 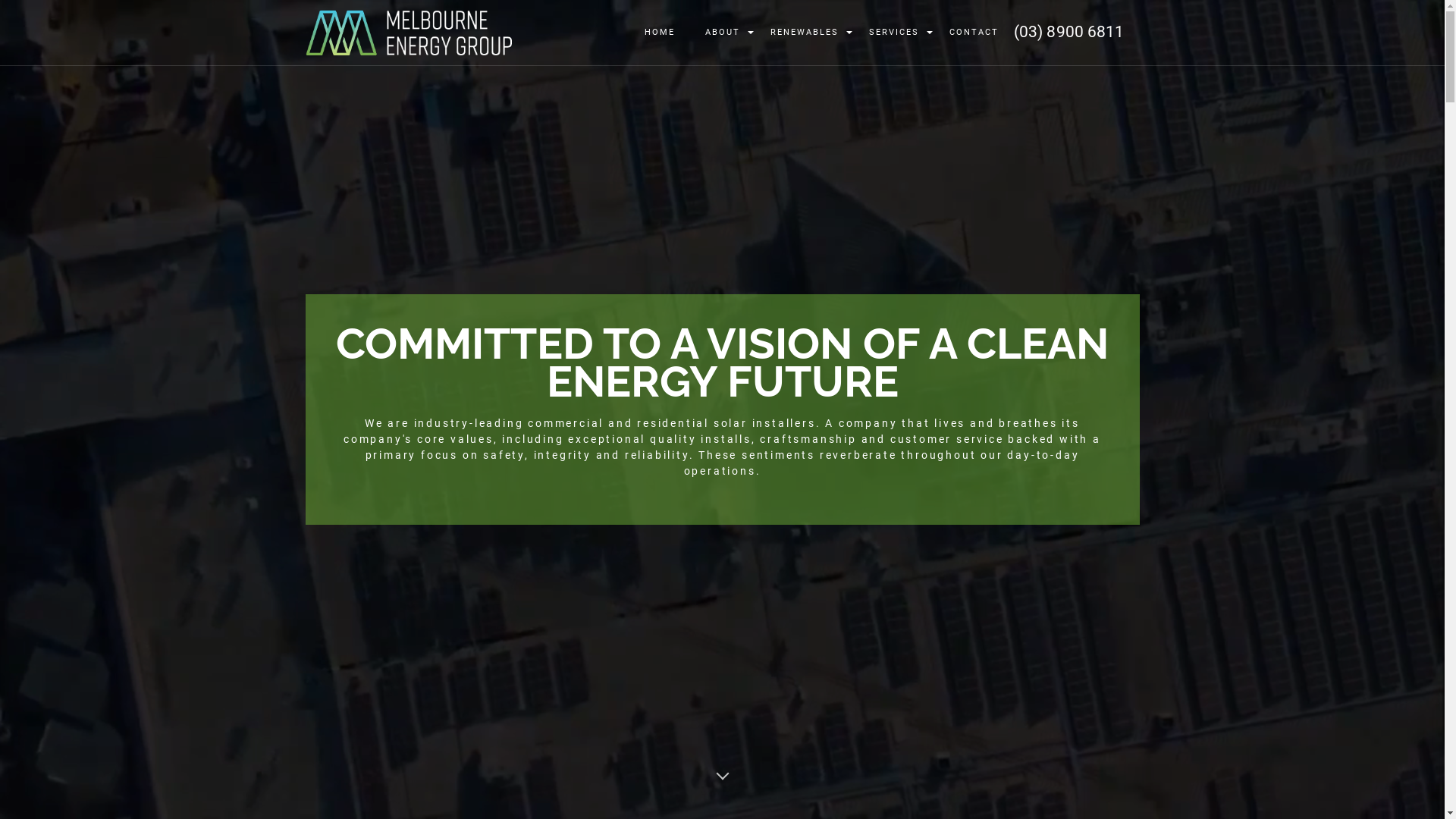 I want to click on 'HOME', so click(x=629, y=33).